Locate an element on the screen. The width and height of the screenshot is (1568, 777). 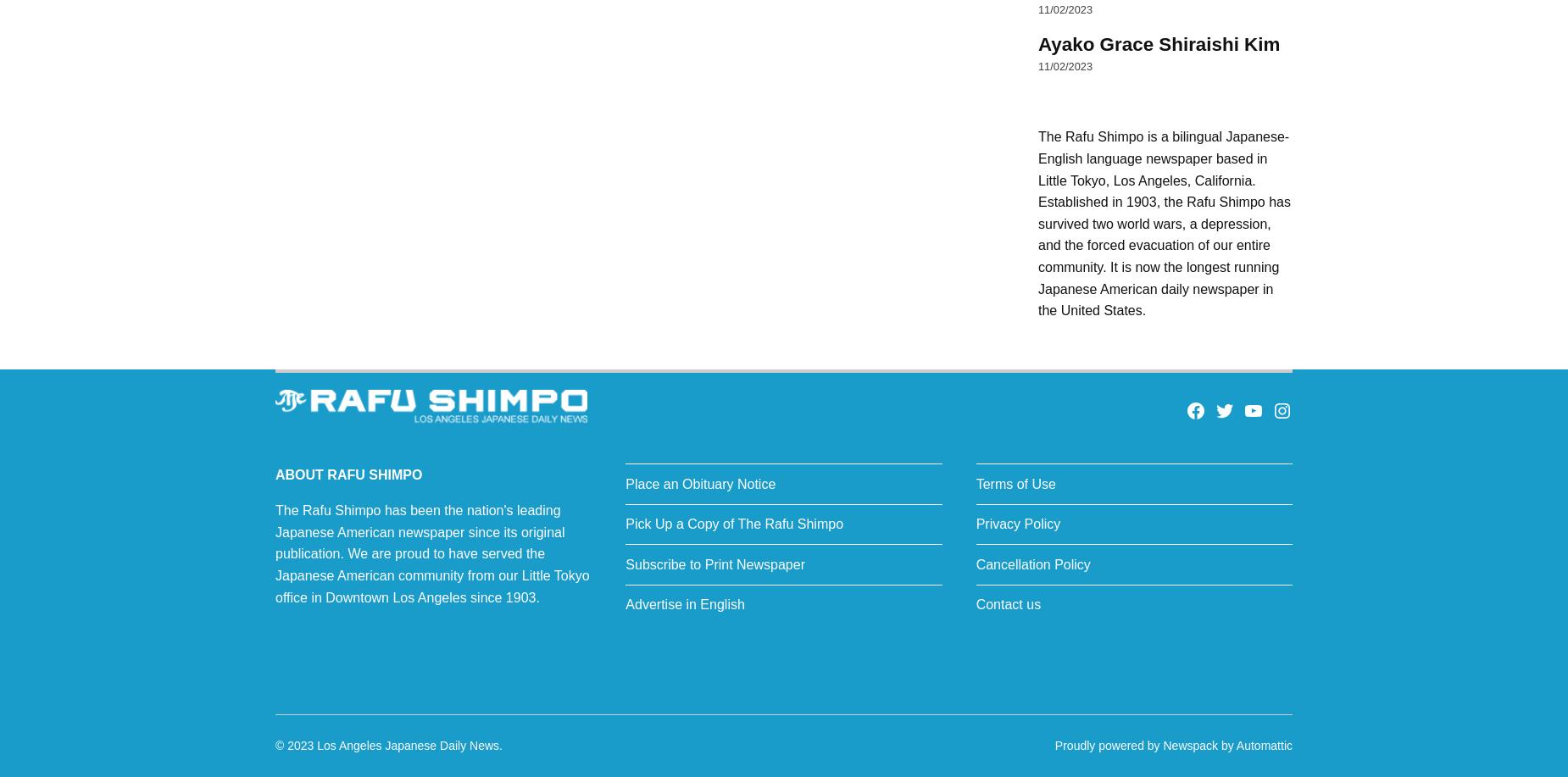
'Ayako Grace Shiraishi Kim' is located at coordinates (1158, 43).